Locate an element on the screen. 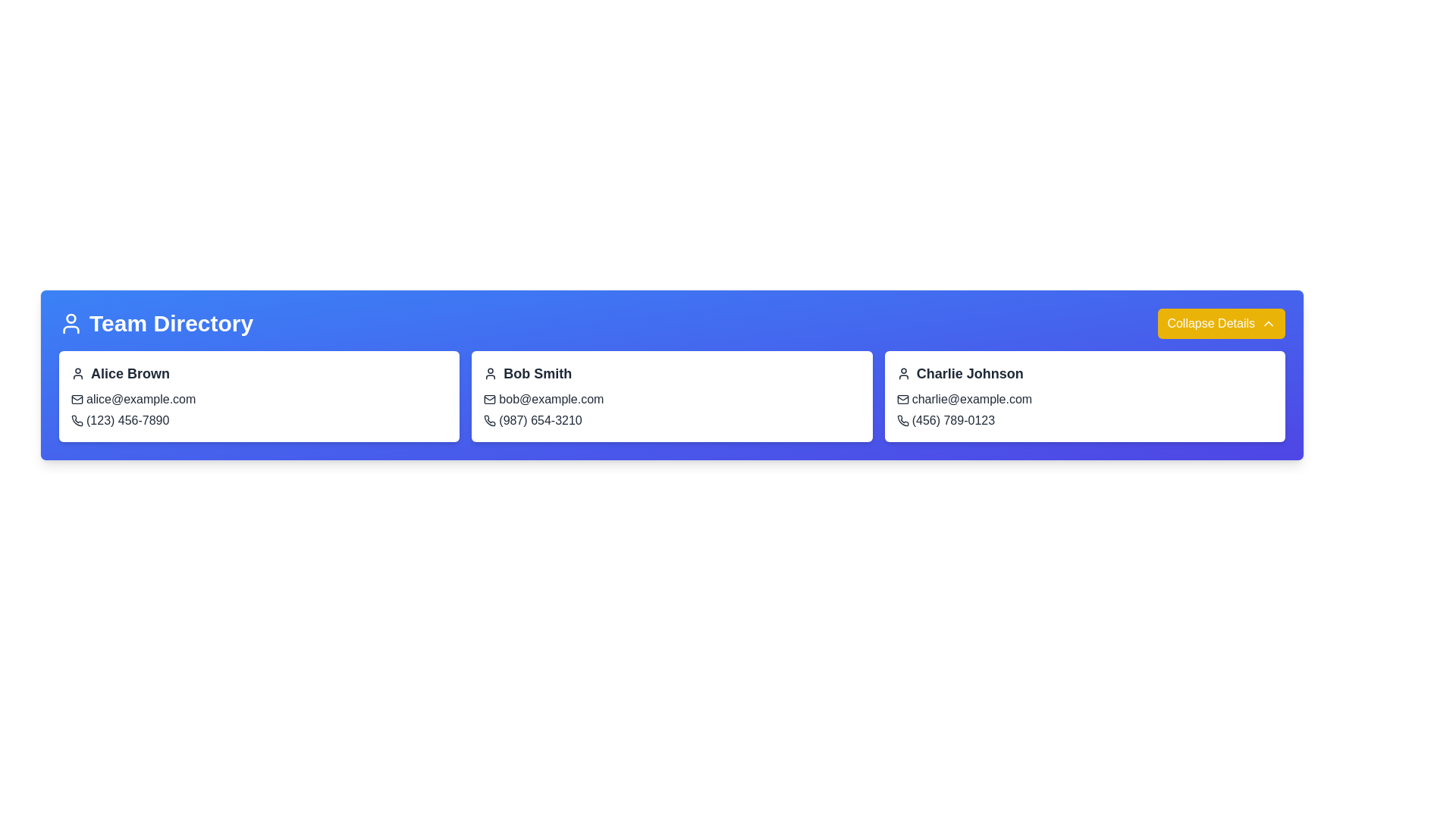 The width and height of the screenshot is (1456, 819). the decorative icon located to the left of the 'Team Directory' text in the horizontal blue header bar is located at coordinates (71, 323).